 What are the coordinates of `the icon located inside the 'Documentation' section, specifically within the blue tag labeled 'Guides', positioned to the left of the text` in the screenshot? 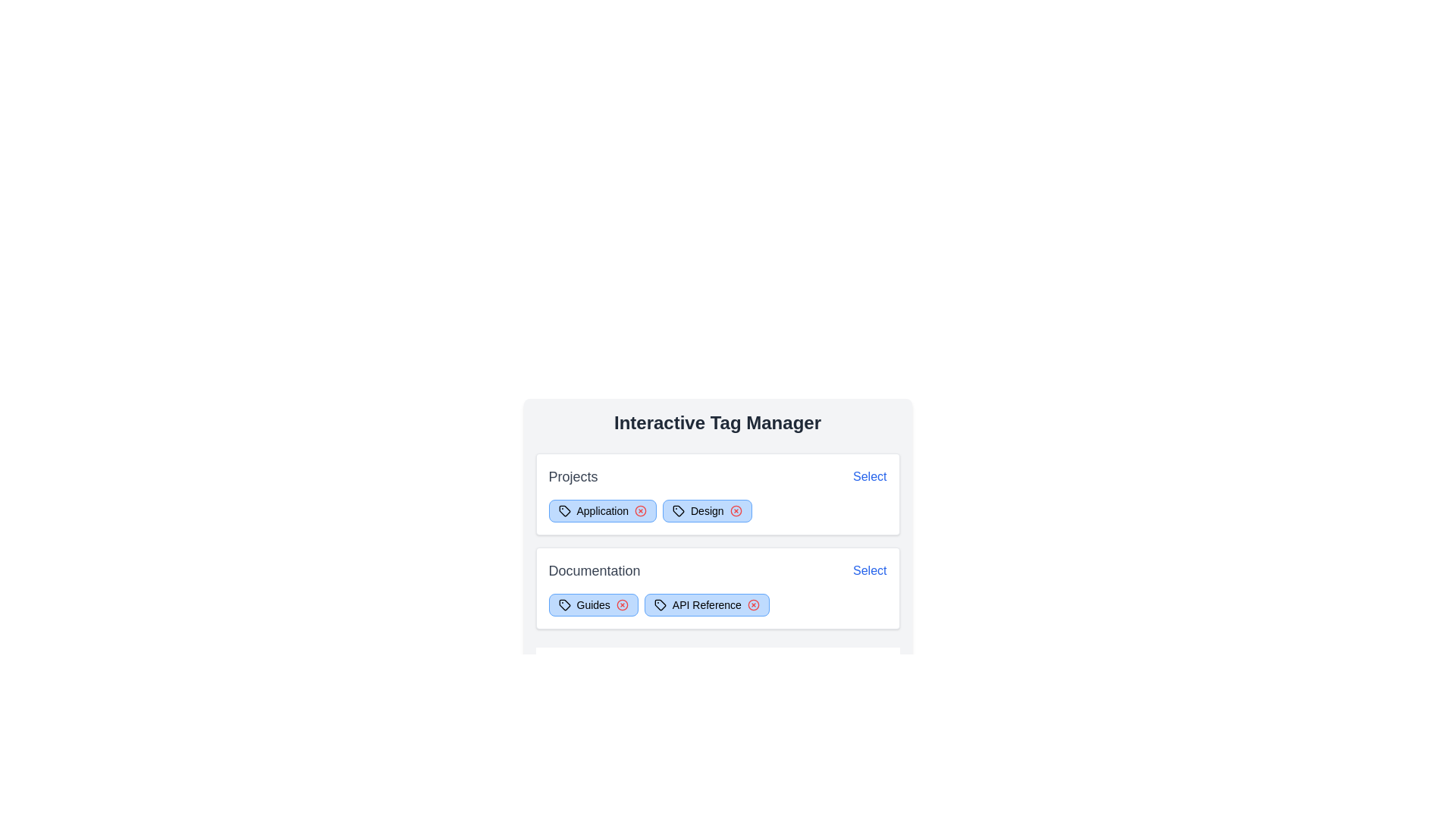 It's located at (563, 604).